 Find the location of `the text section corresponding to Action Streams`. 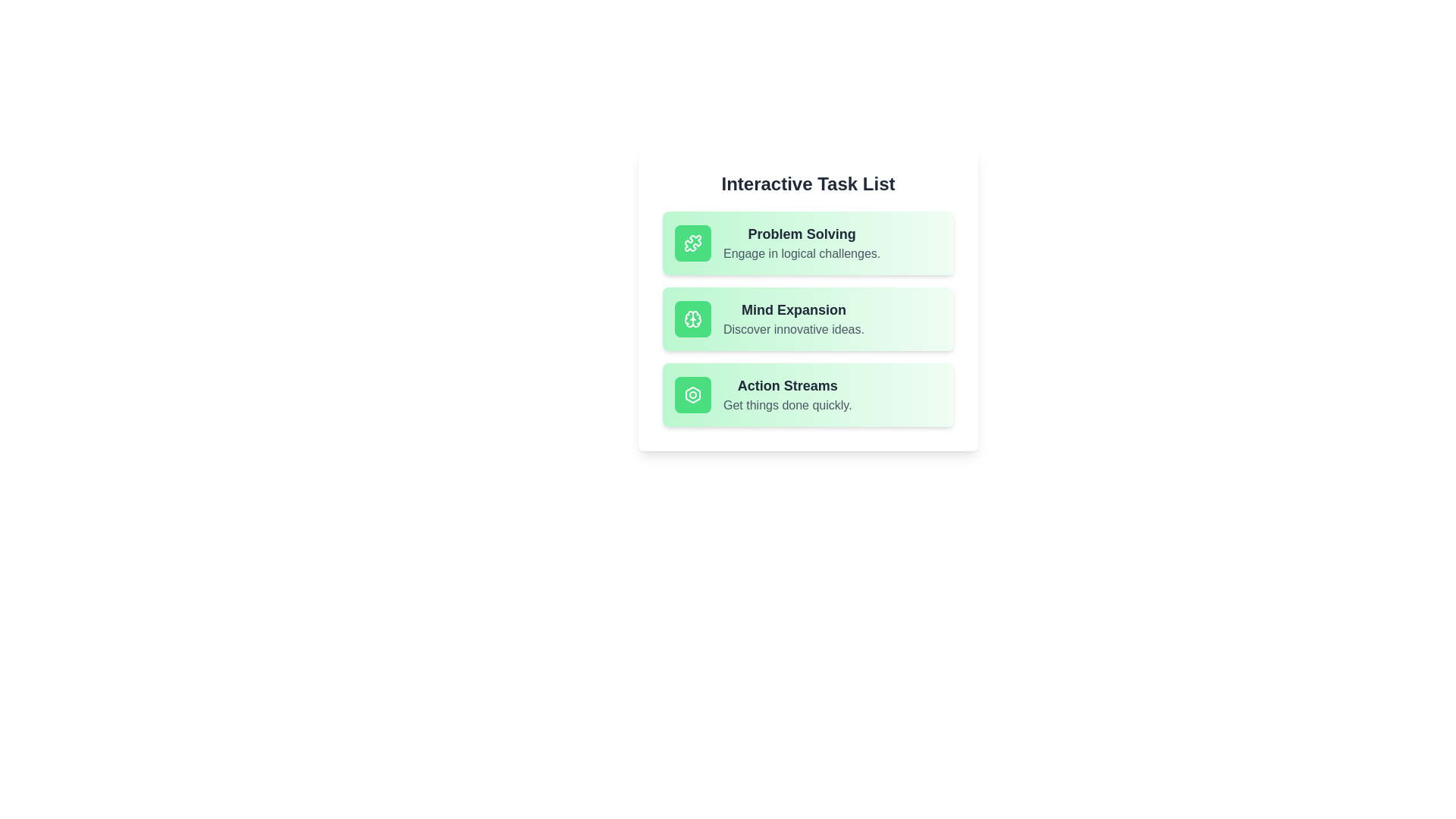

the text section corresponding to Action Streams is located at coordinates (807, 394).